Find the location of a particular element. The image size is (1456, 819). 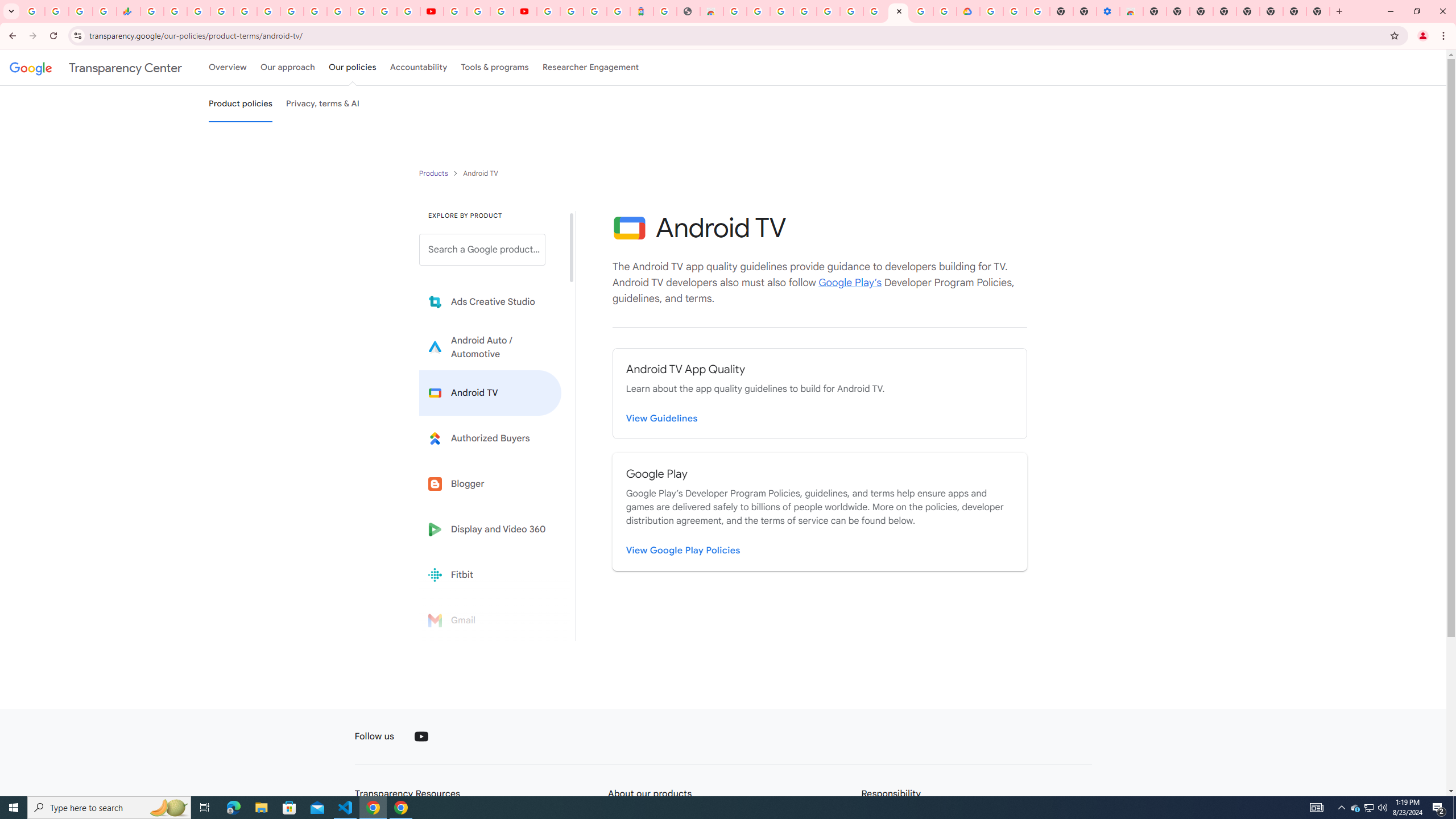

'Chrome Web Store - Household' is located at coordinates (711, 11).